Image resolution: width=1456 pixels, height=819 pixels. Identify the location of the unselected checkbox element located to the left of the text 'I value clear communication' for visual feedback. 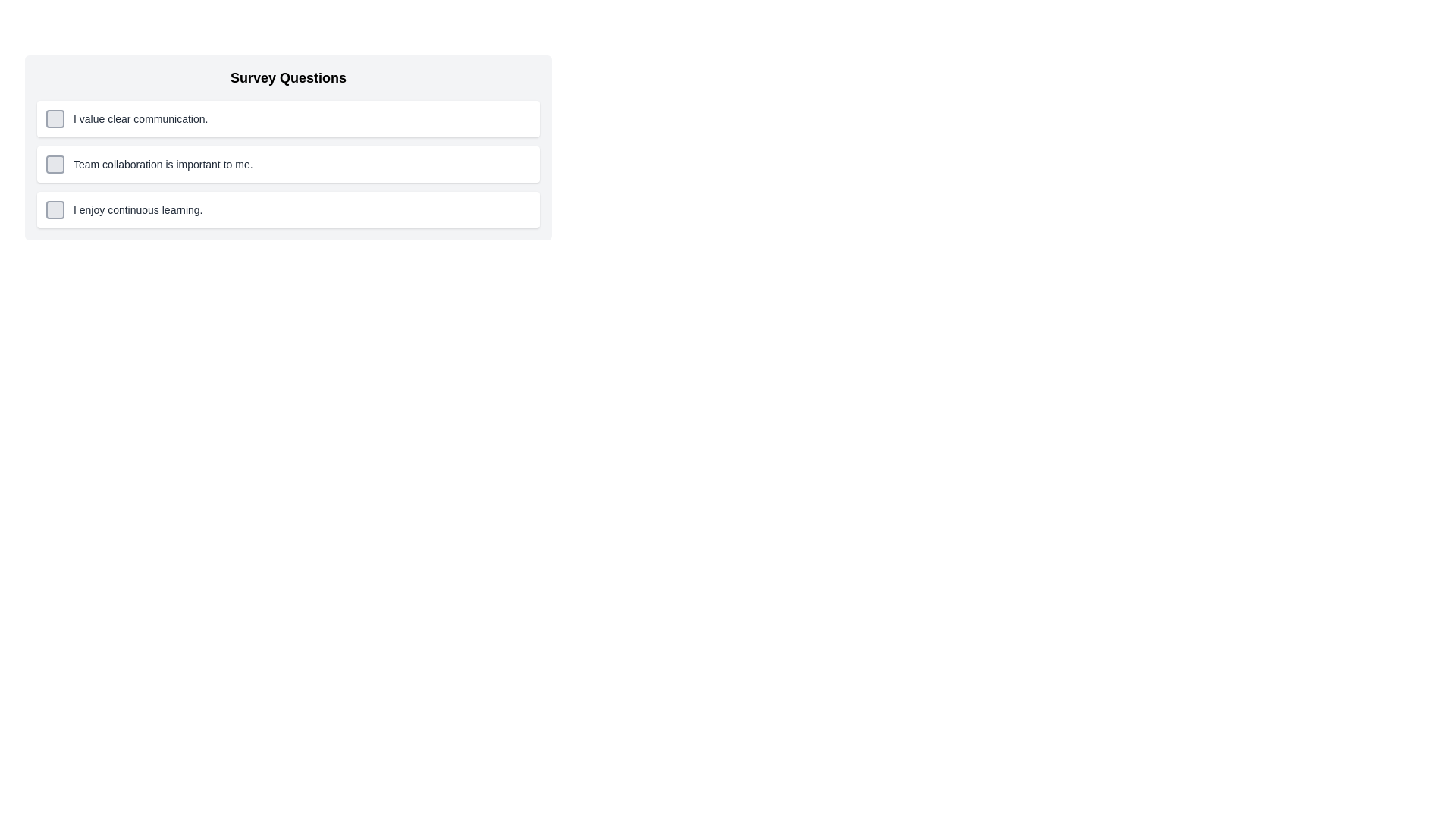
(55, 118).